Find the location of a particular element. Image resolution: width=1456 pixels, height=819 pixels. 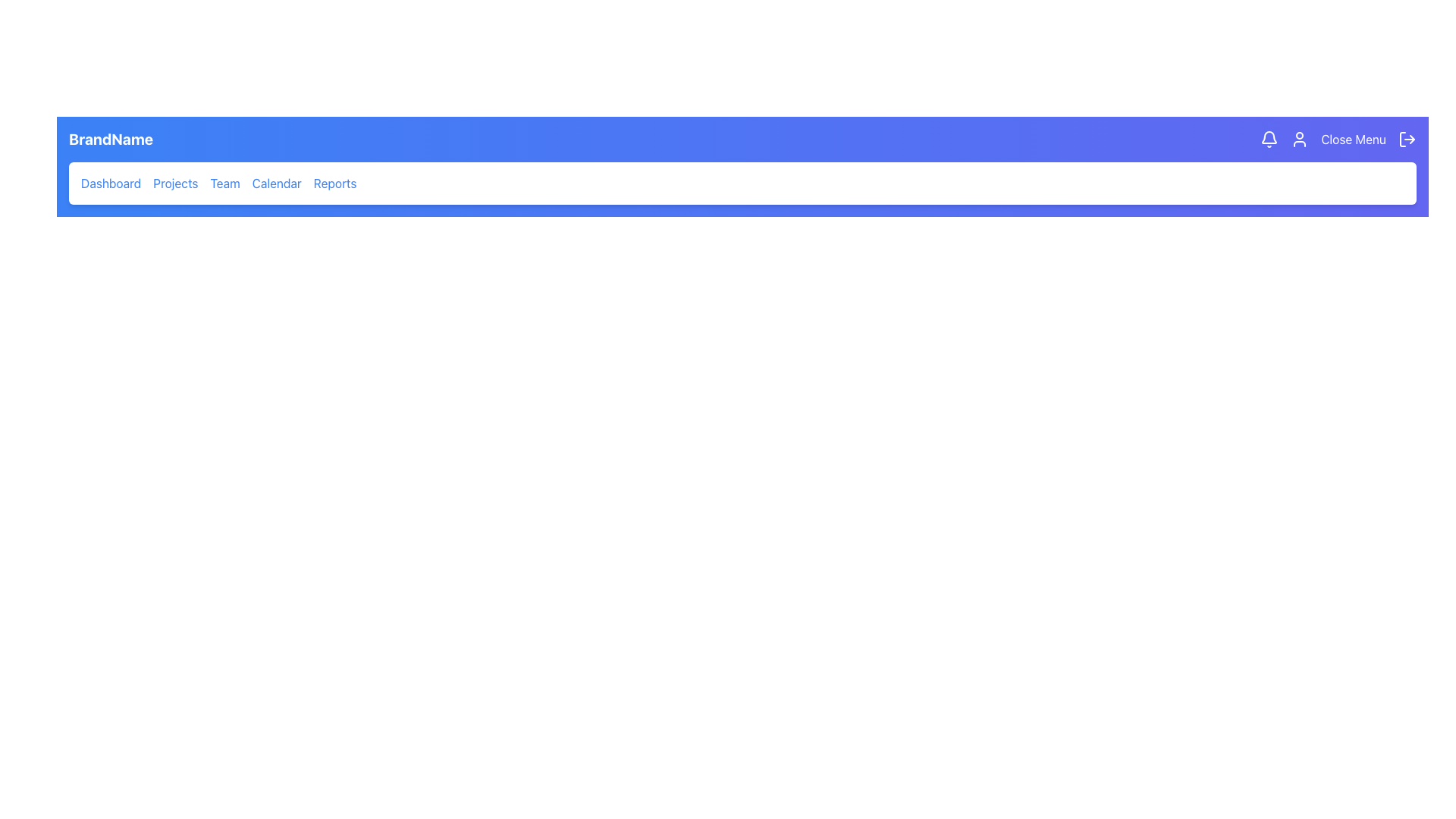

the 'Projects' navigation link in the horizontal menu is located at coordinates (175, 183).